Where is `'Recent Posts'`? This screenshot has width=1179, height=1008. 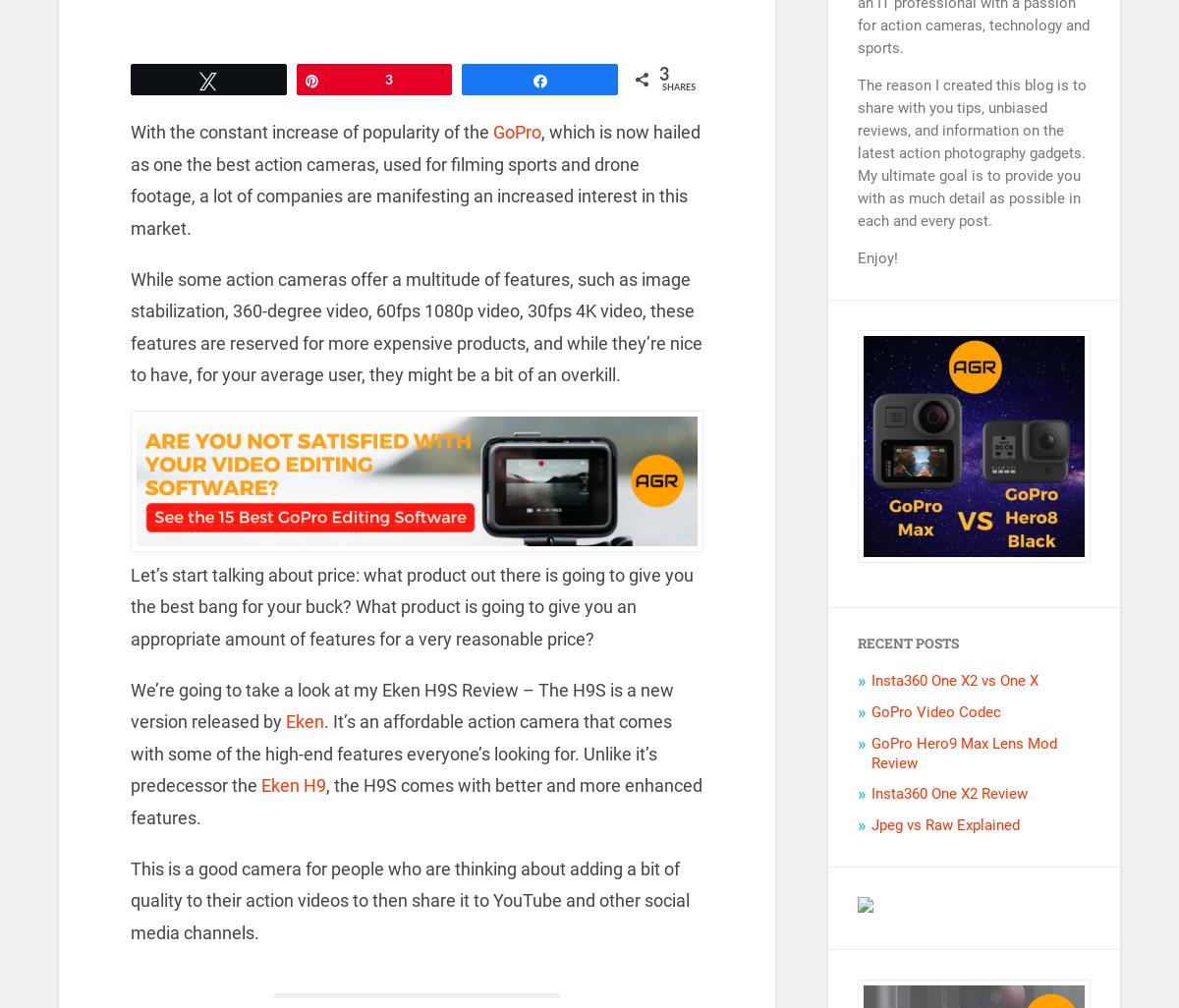 'Recent Posts' is located at coordinates (908, 643).